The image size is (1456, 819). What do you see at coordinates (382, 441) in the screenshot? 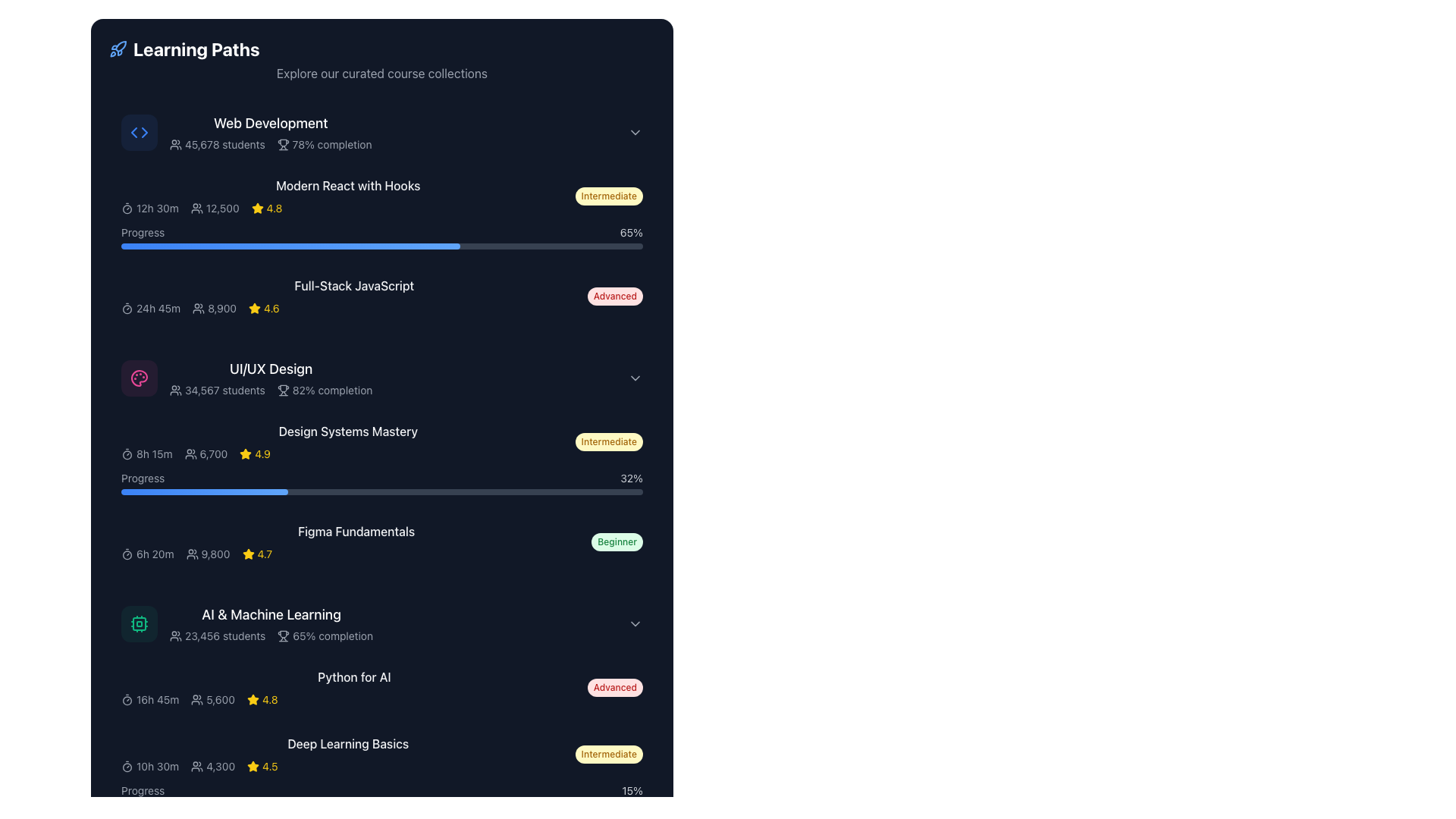
I see `the course summary information display card that is the third item in the vertically stacked list, located between 'UI/UX Design' and 'Figma Fundamentals'` at bounding box center [382, 441].